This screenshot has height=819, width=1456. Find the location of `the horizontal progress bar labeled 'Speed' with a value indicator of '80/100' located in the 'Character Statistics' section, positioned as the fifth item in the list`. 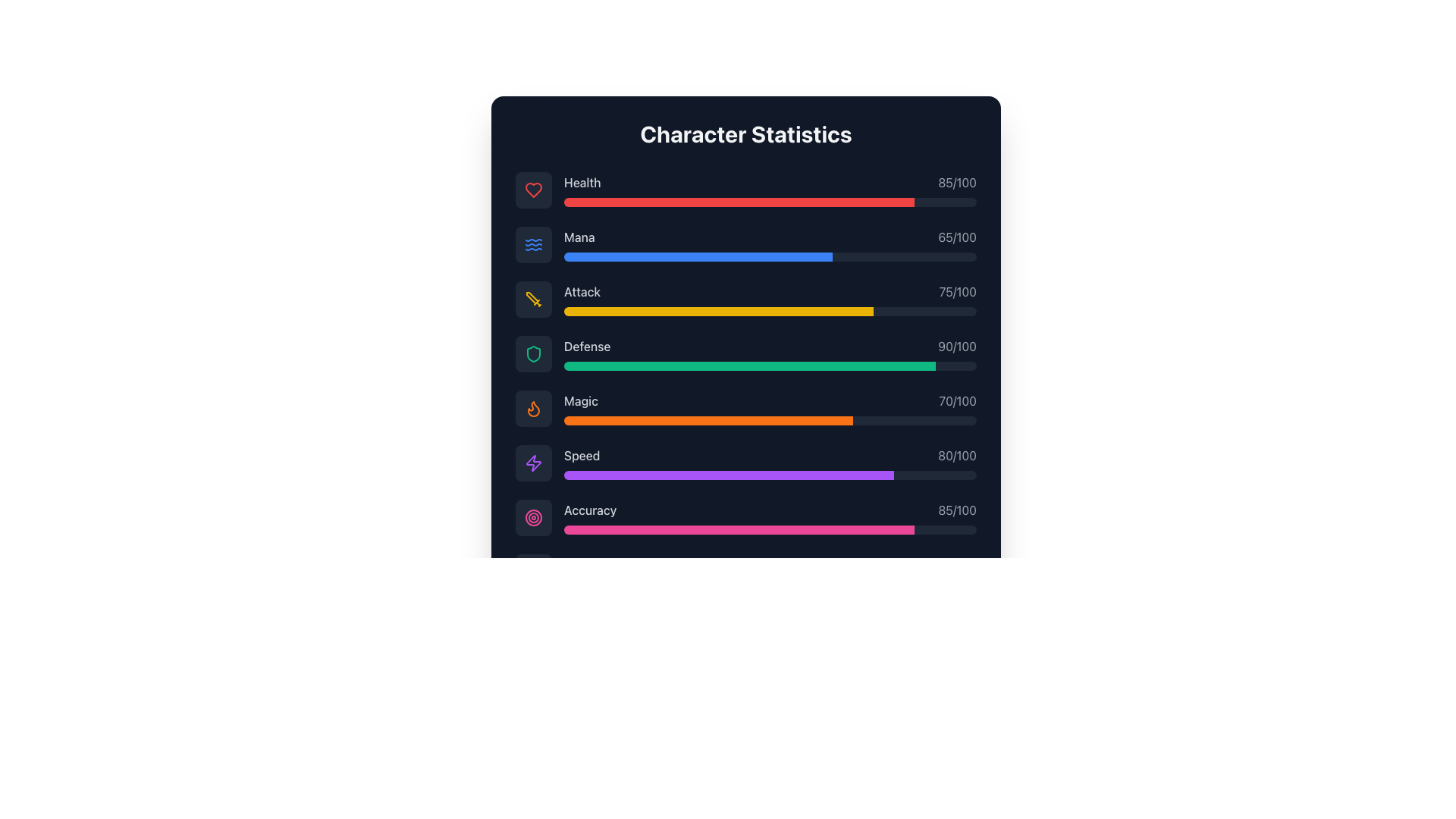

the horizontal progress bar labeled 'Speed' with a value indicator of '80/100' located in the 'Character Statistics' section, positioned as the fifth item in the list is located at coordinates (770, 462).